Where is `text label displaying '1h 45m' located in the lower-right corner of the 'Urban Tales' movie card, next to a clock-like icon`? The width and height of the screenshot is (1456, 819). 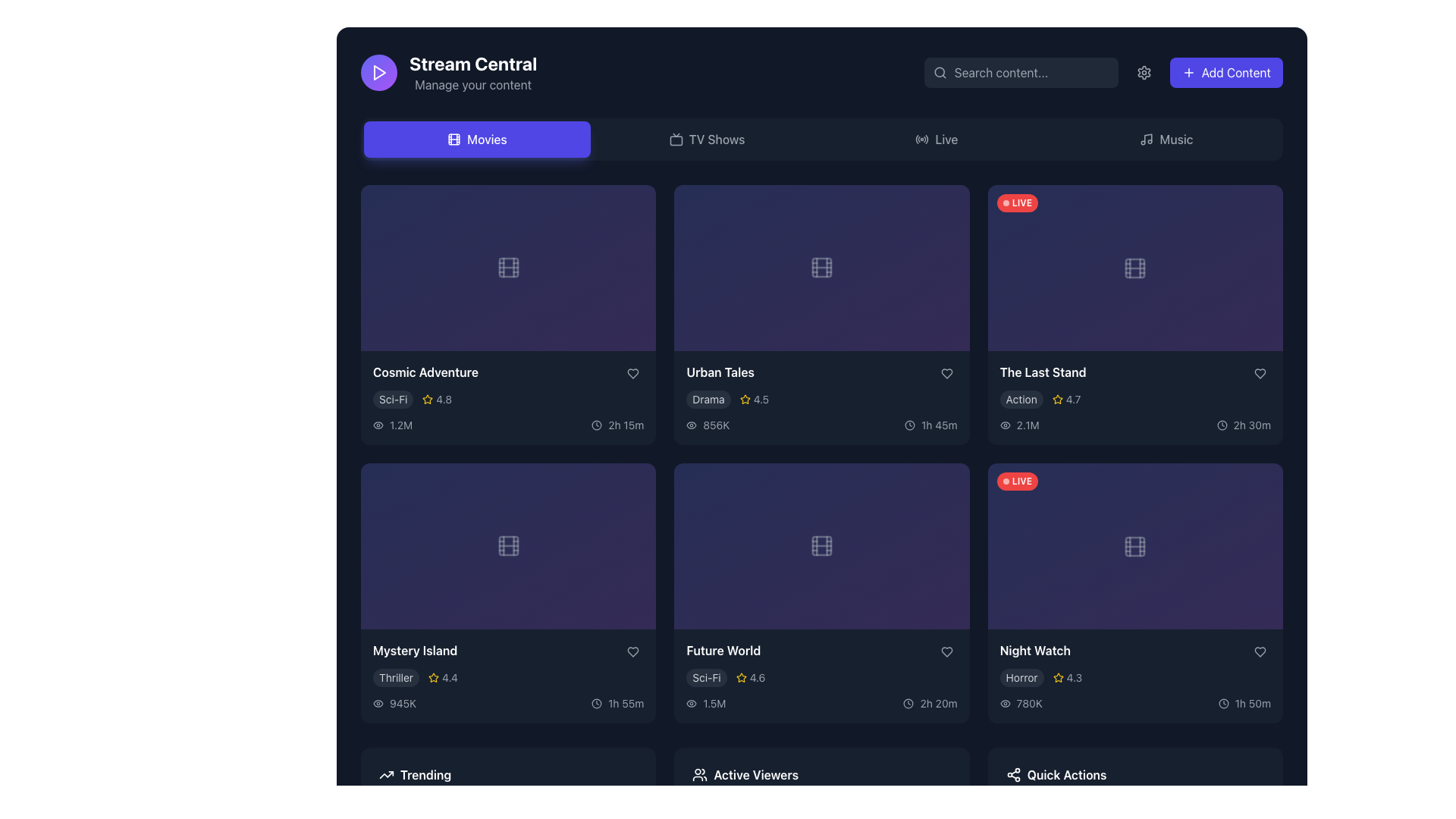
text label displaying '1h 45m' located in the lower-right corner of the 'Urban Tales' movie card, next to a clock-like icon is located at coordinates (938, 425).